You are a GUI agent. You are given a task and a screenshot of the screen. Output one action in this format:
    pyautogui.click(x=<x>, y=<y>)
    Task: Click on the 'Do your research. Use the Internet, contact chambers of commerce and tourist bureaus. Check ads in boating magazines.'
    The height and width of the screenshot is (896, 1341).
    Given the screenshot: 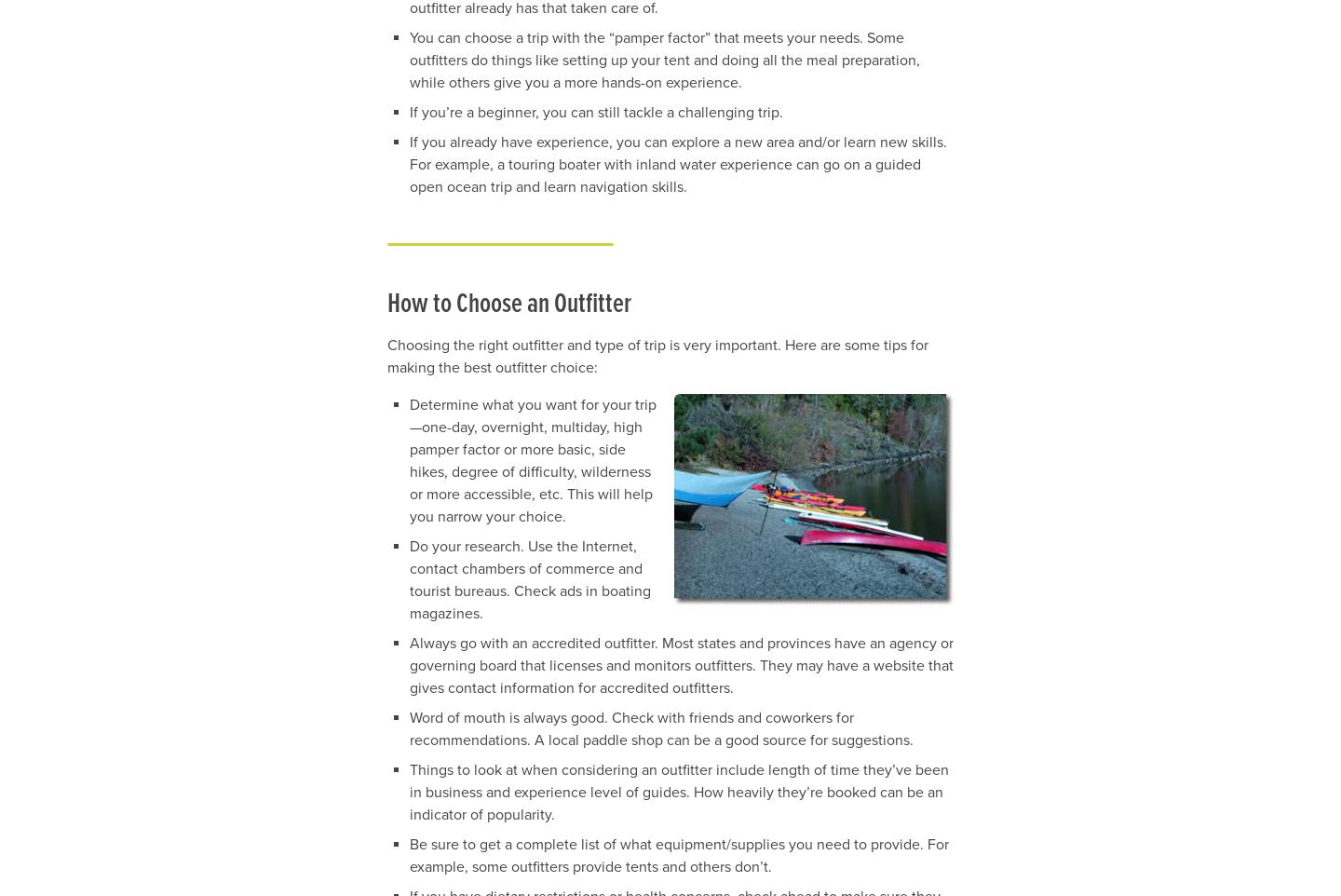 What is the action you would take?
    pyautogui.click(x=530, y=578)
    